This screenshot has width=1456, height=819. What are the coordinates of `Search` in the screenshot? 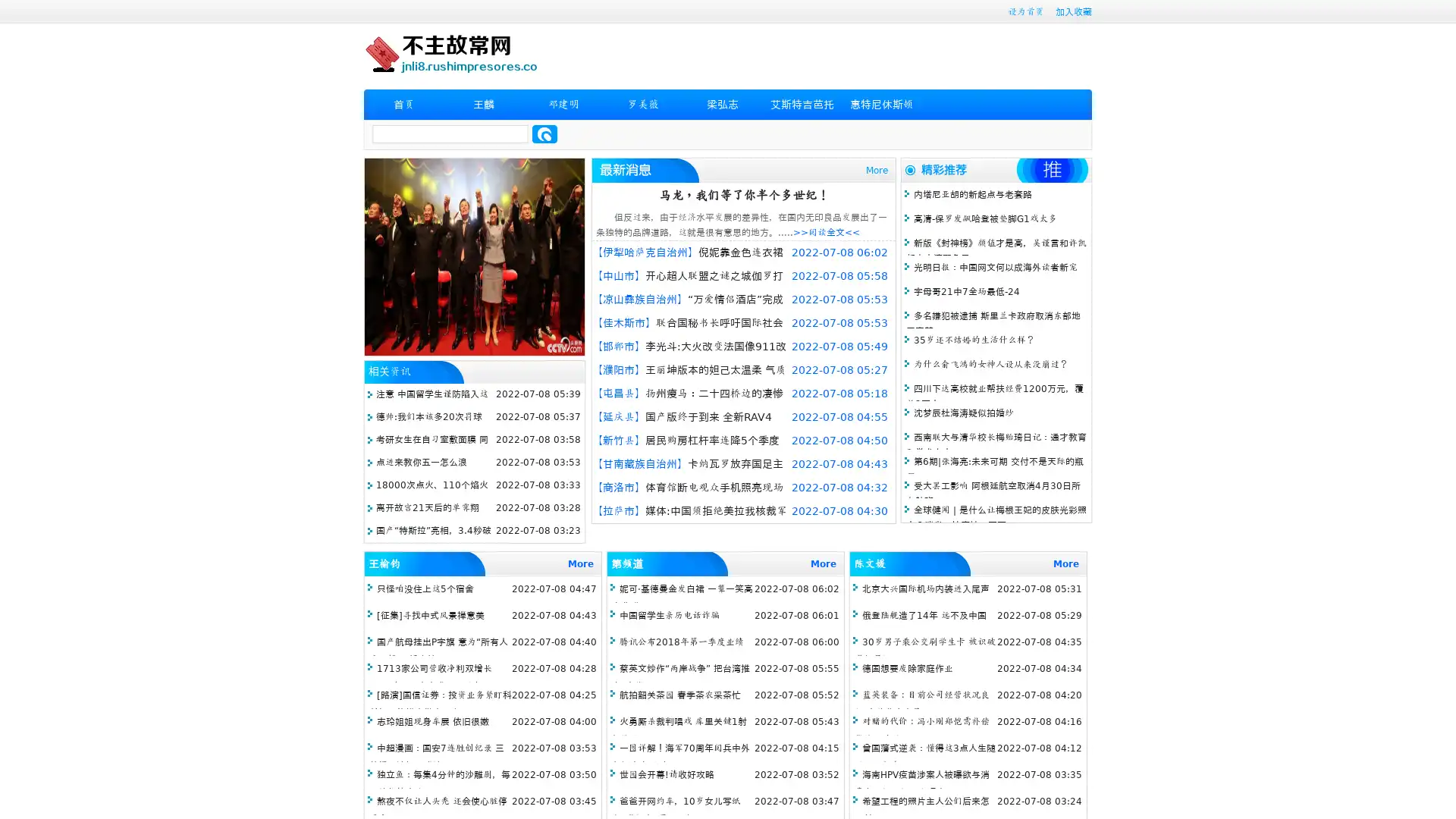 It's located at (544, 133).